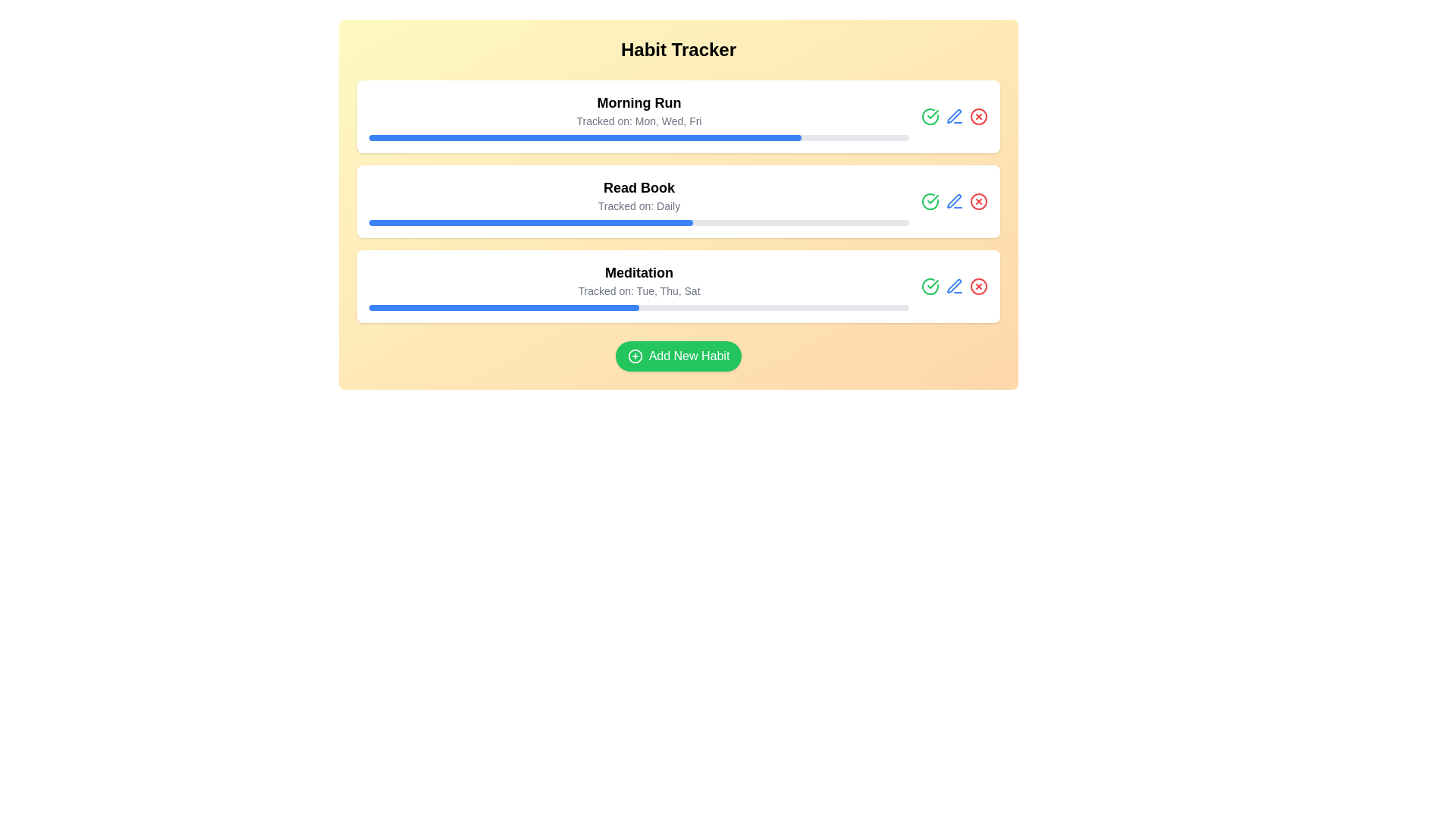 The width and height of the screenshot is (1456, 819). Describe the element at coordinates (952, 115) in the screenshot. I see `the edit icon located to the far right of the 'Read Book' habit entry to initiate editing of its details` at that location.